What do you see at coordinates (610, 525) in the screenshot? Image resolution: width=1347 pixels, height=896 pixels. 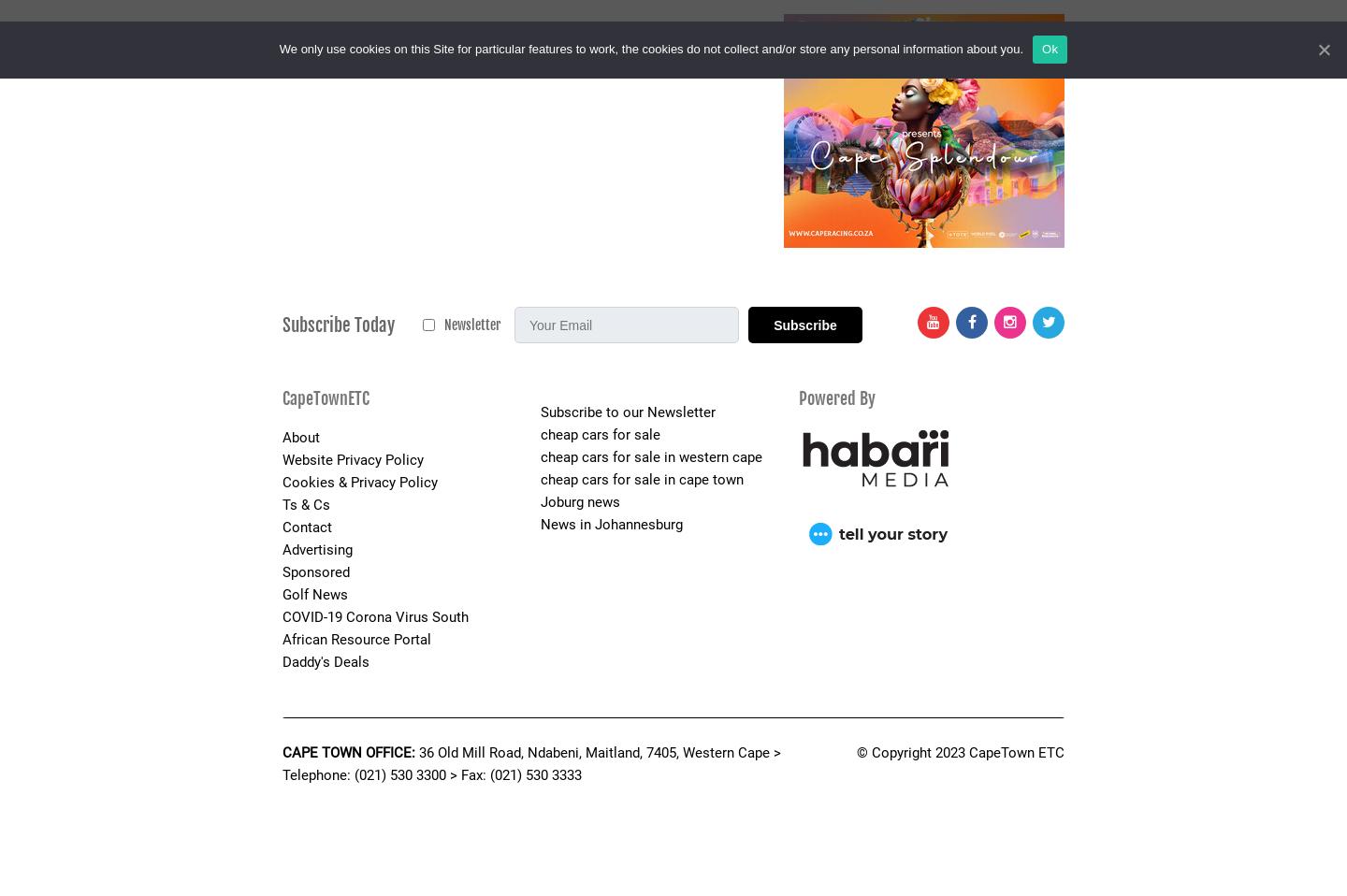 I see `'News in Johannesburg'` at bounding box center [610, 525].